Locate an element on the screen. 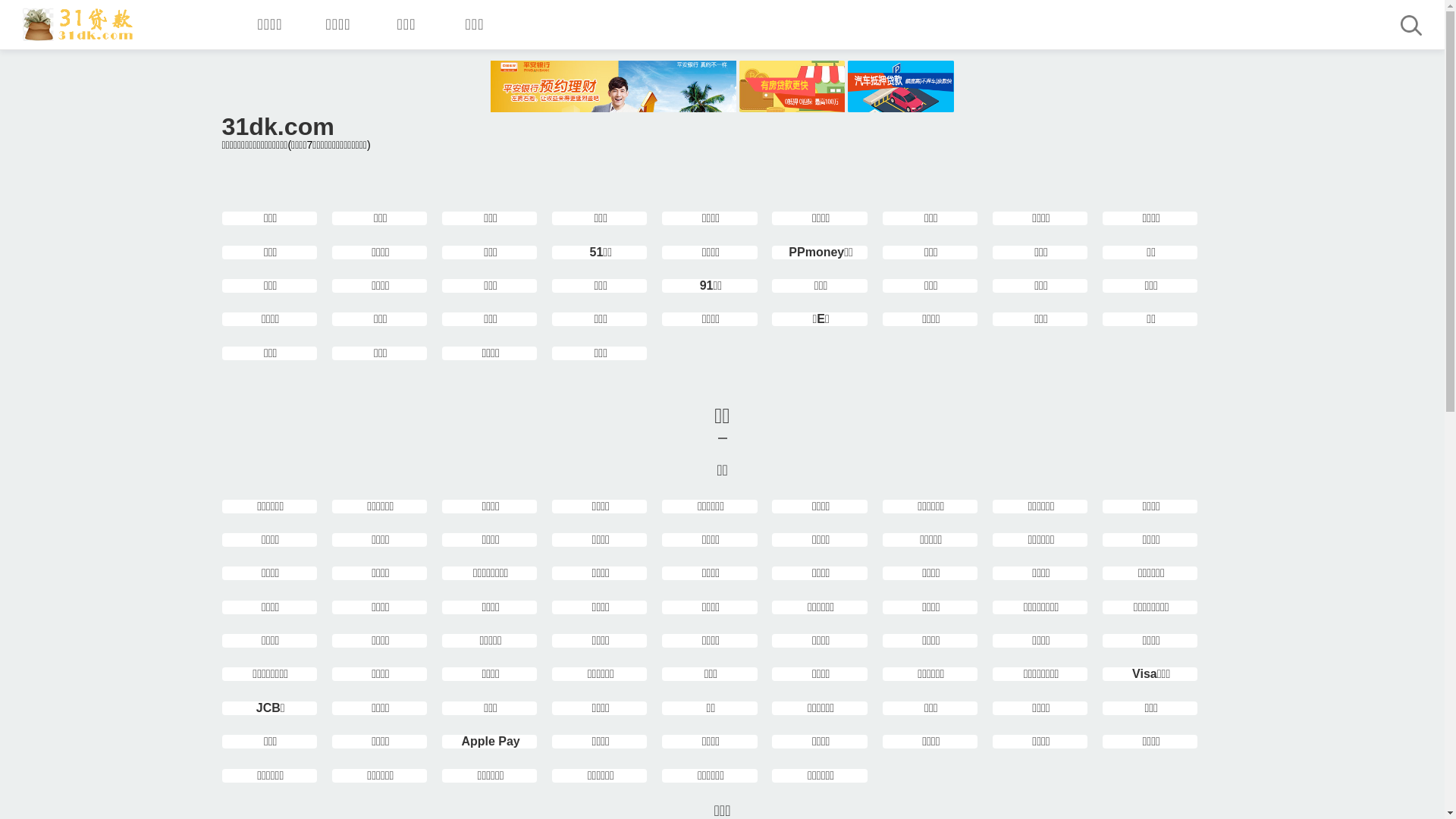  'Apple Pay' is located at coordinates (460, 740).